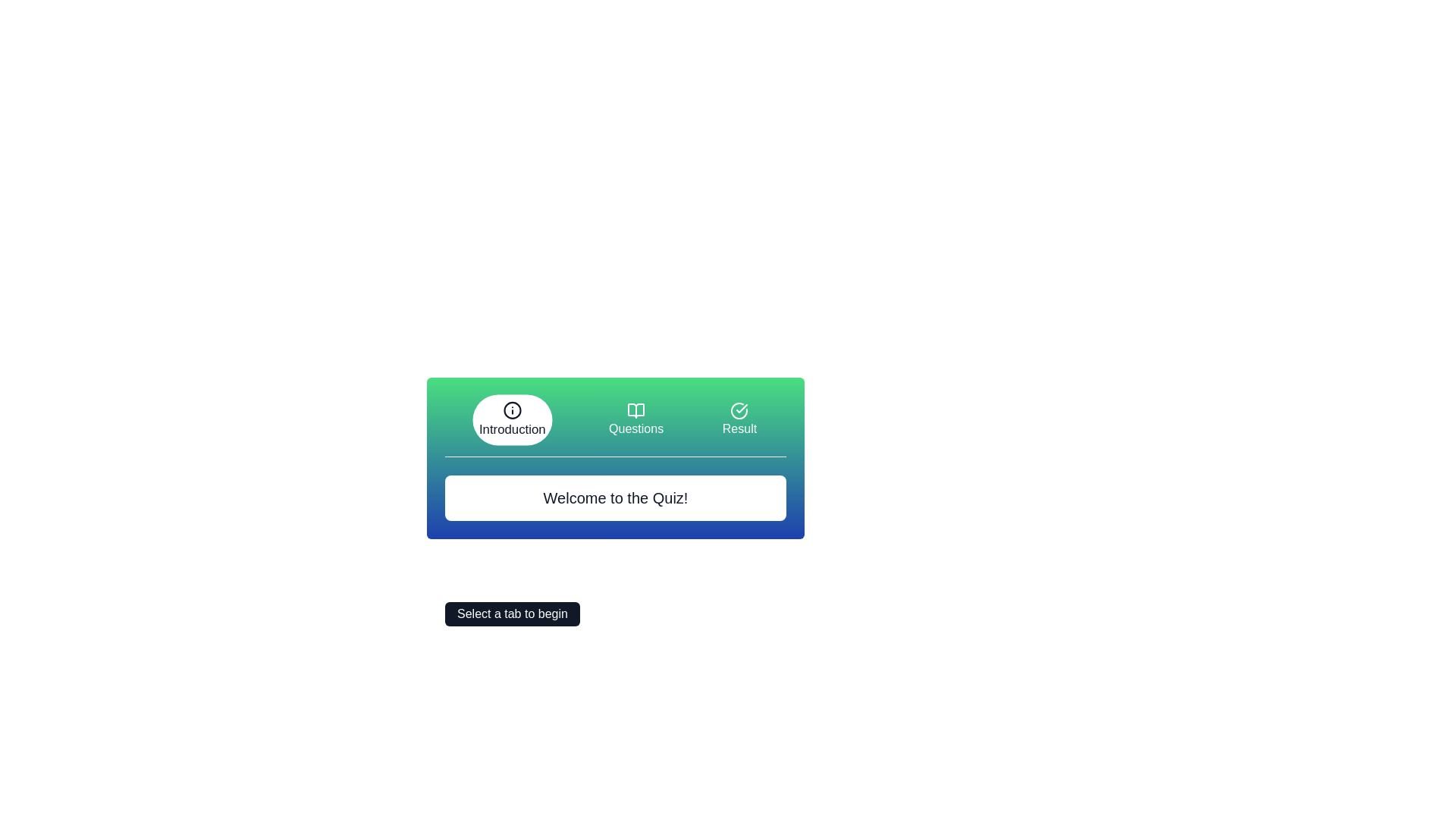  I want to click on the Questions tab by clicking its icon, so click(636, 420).